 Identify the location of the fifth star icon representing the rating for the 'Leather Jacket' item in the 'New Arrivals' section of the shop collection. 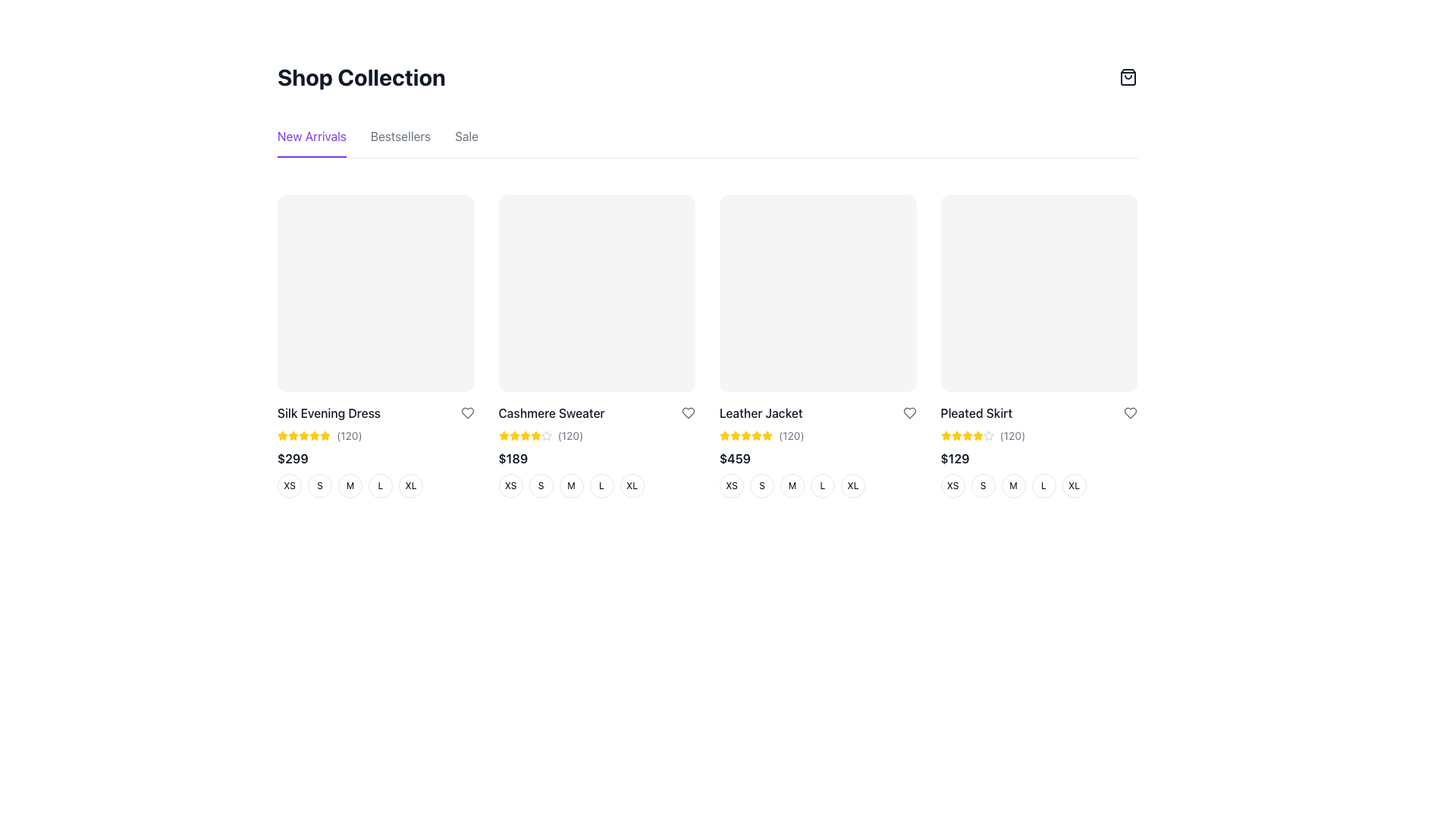
(745, 435).